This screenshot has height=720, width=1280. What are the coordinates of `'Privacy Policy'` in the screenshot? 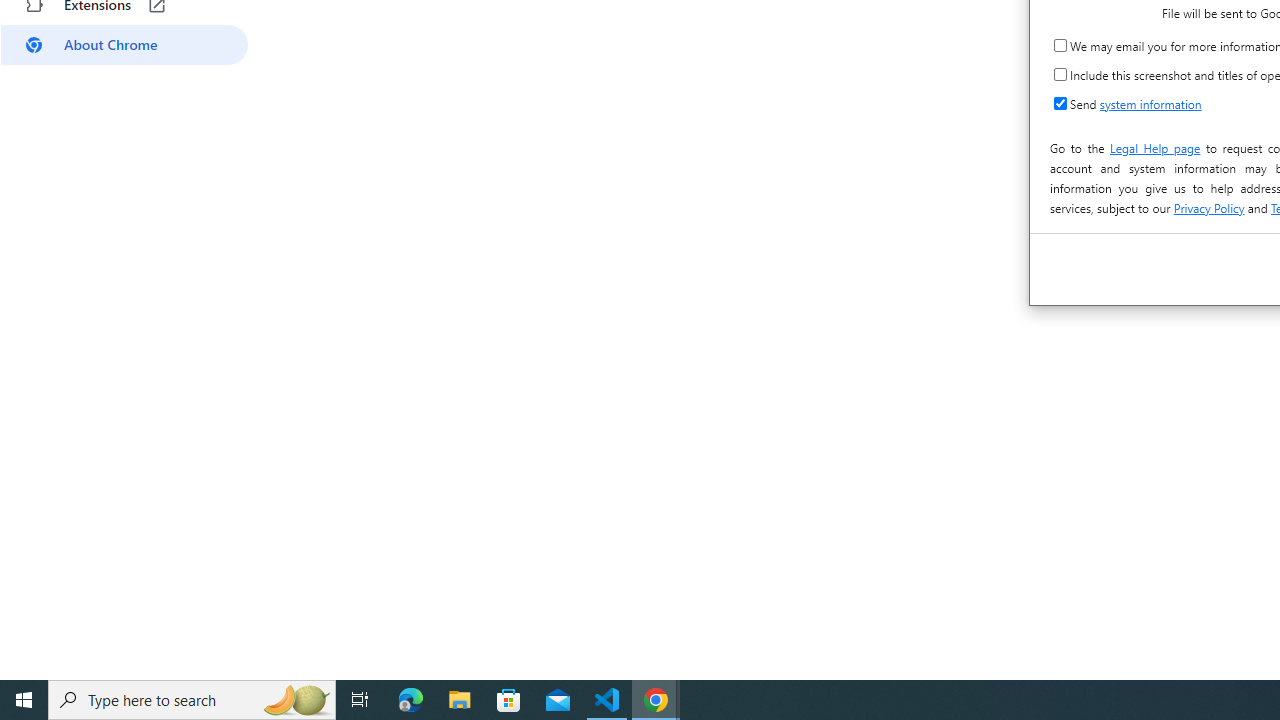 It's located at (1207, 208).